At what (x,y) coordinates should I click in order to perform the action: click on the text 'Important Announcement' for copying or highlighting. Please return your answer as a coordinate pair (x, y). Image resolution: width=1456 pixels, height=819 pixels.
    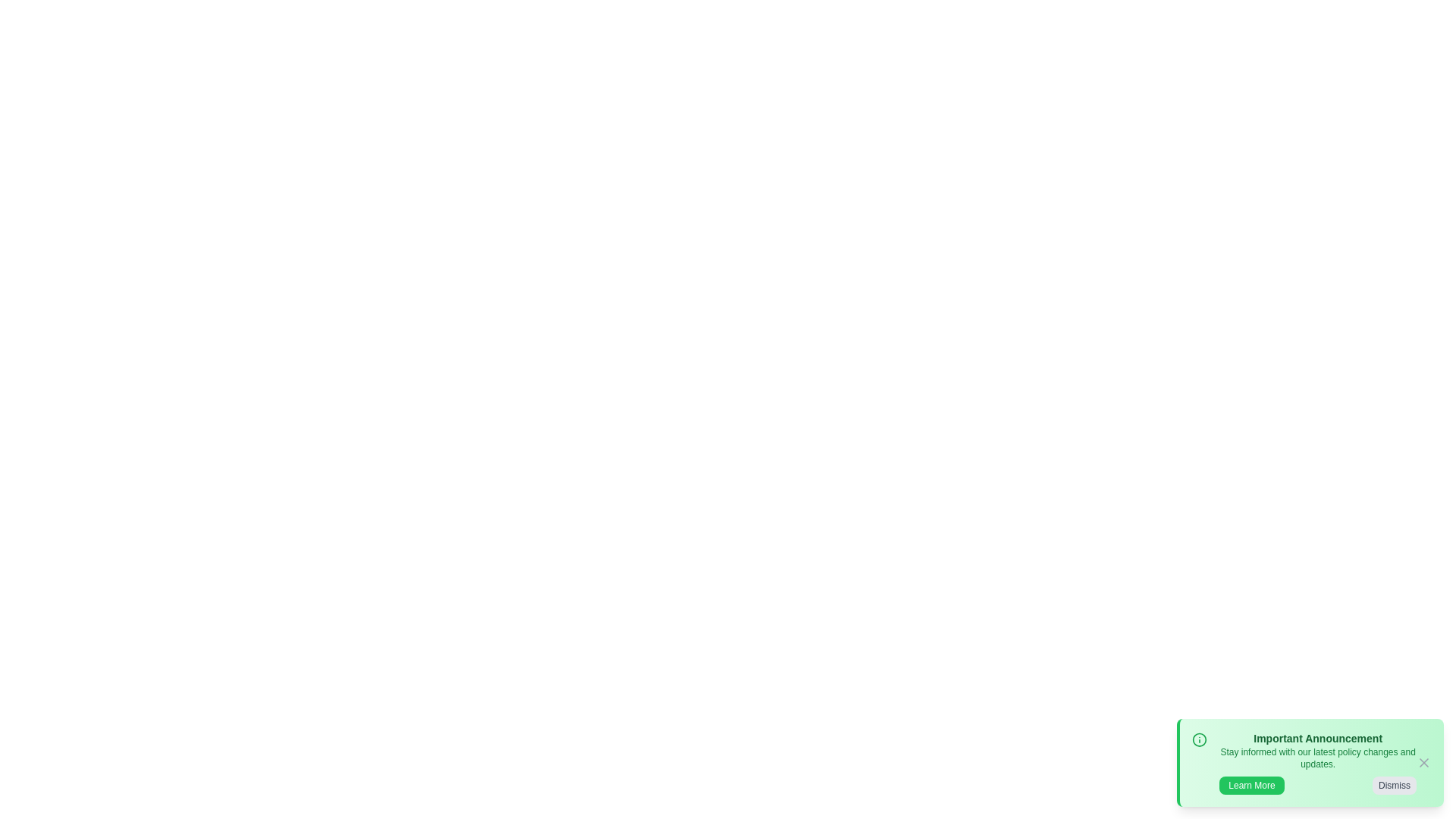
    Looking at the image, I should click on (1316, 738).